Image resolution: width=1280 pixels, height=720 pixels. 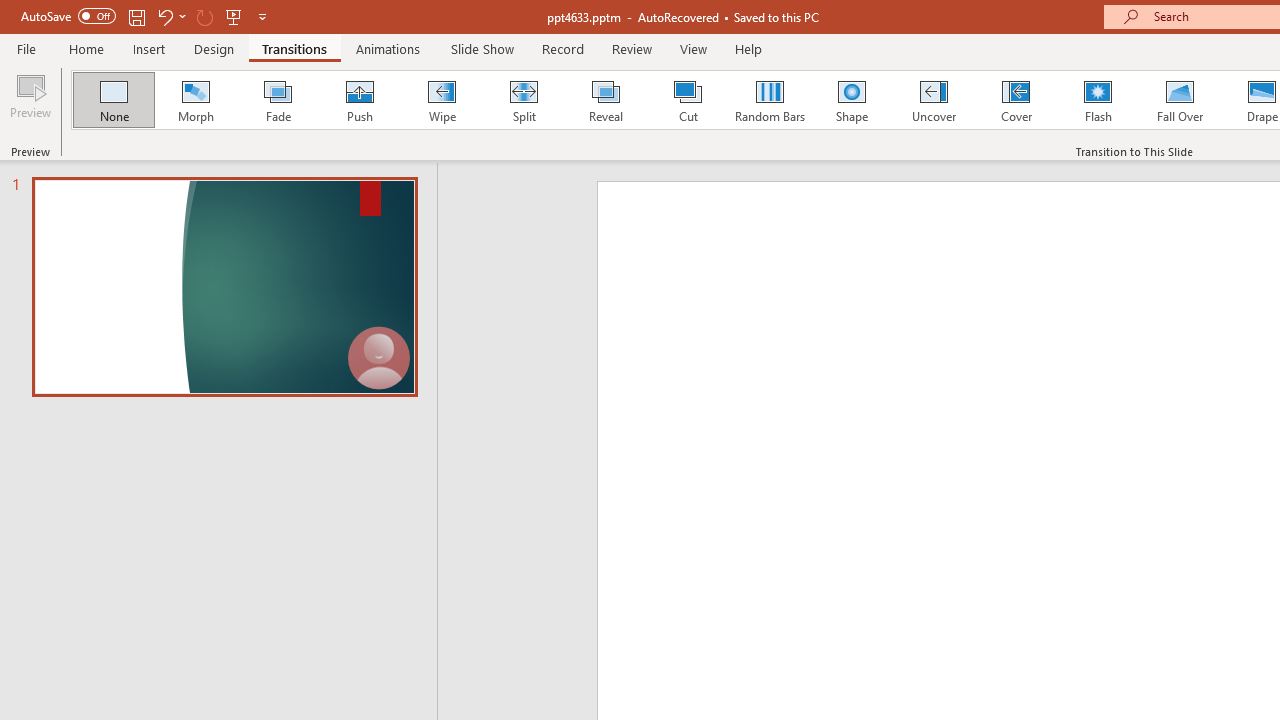 I want to click on 'Fall Over', so click(x=1180, y=100).